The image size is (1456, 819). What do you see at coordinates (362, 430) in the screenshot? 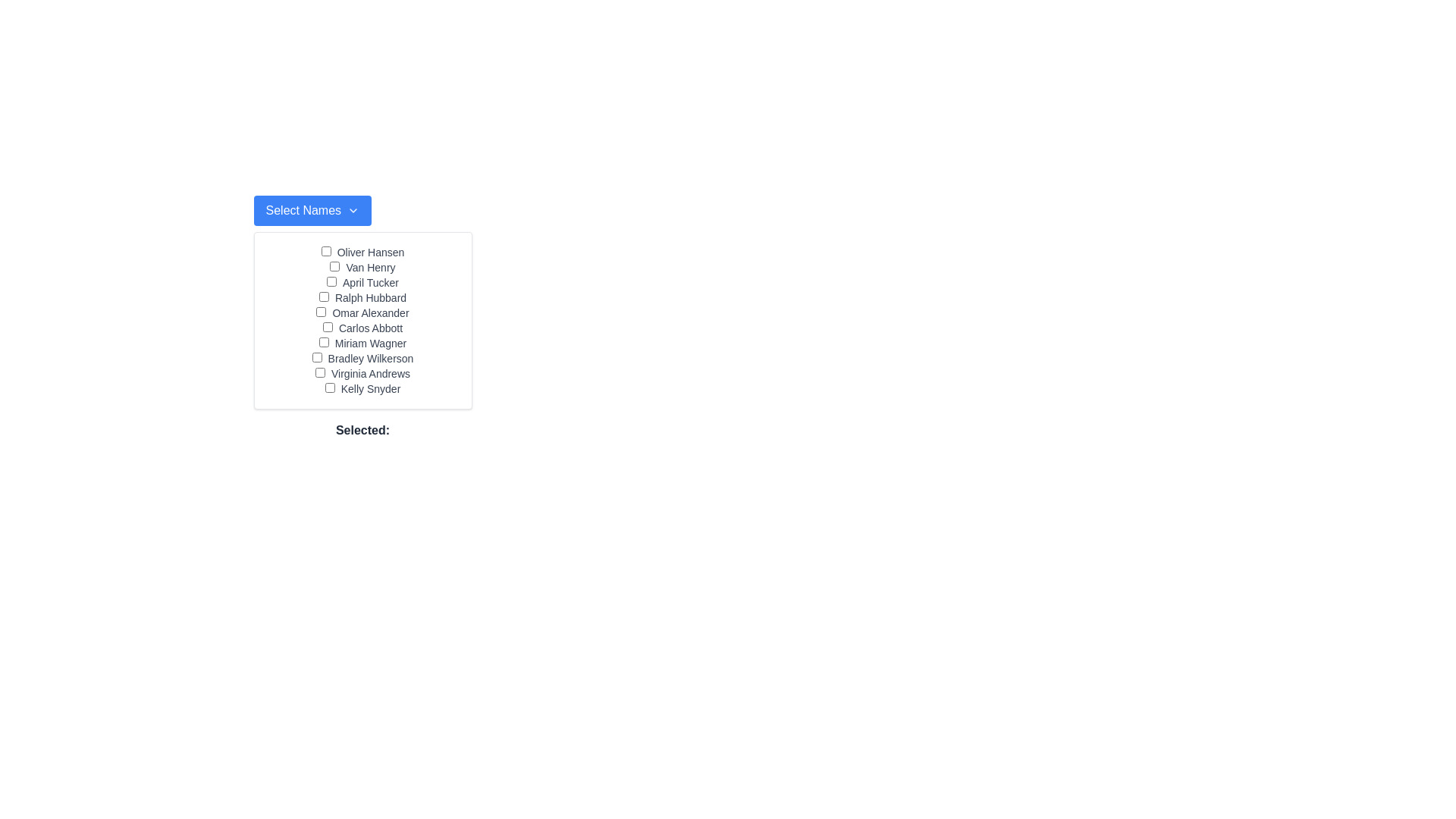
I see `the text label reading 'Selected:' which is styled with a bold font and dark text color, located at the bottom of a grid of selectable names and checkboxes` at bounding box center [362, 430].